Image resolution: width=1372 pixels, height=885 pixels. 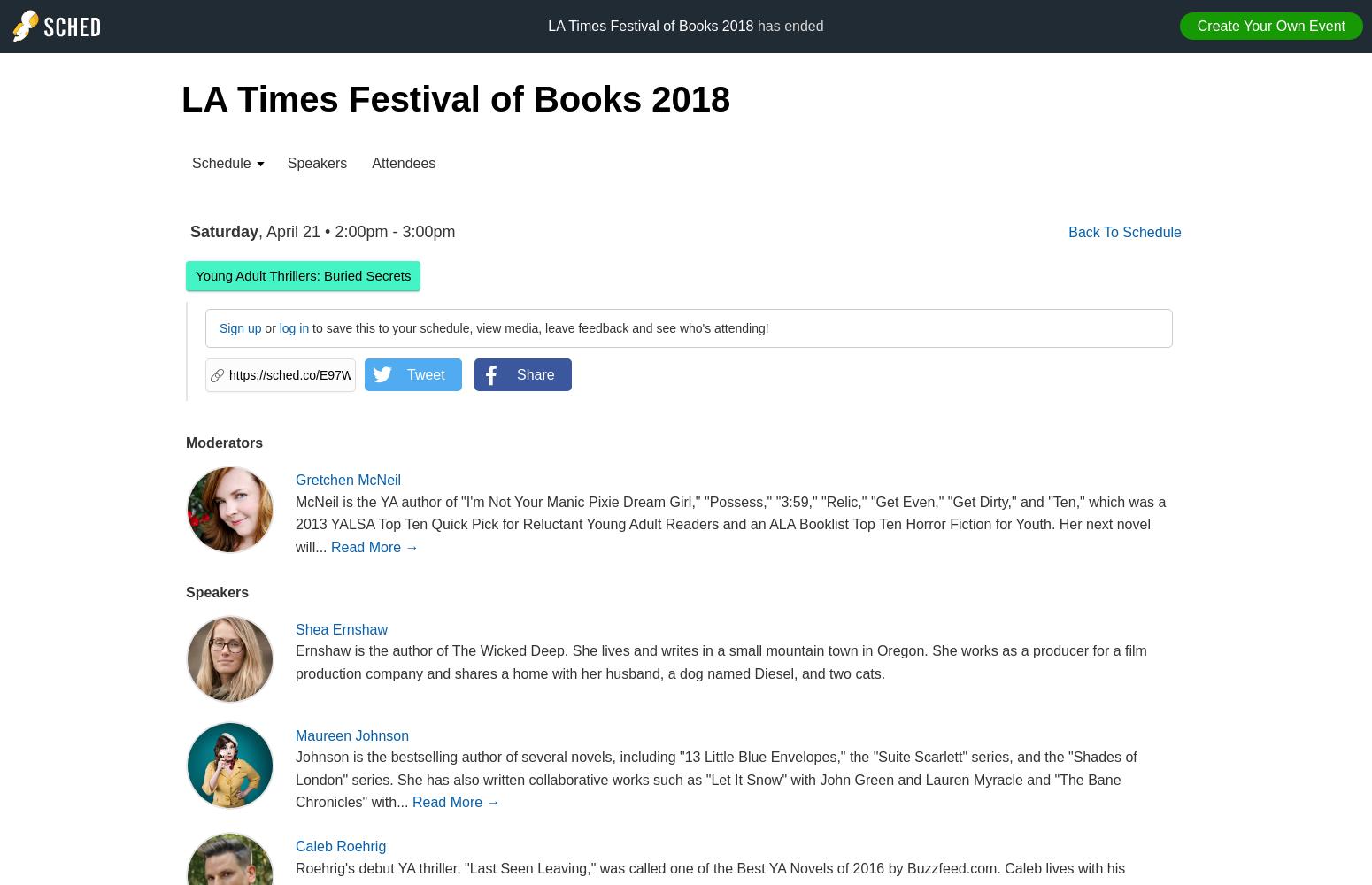 What do you see at coordinates (302, 275) in the screenshot?
I see `'Young Adult Thrillers: Buried Secrets'` at bounding box center [302, 275].